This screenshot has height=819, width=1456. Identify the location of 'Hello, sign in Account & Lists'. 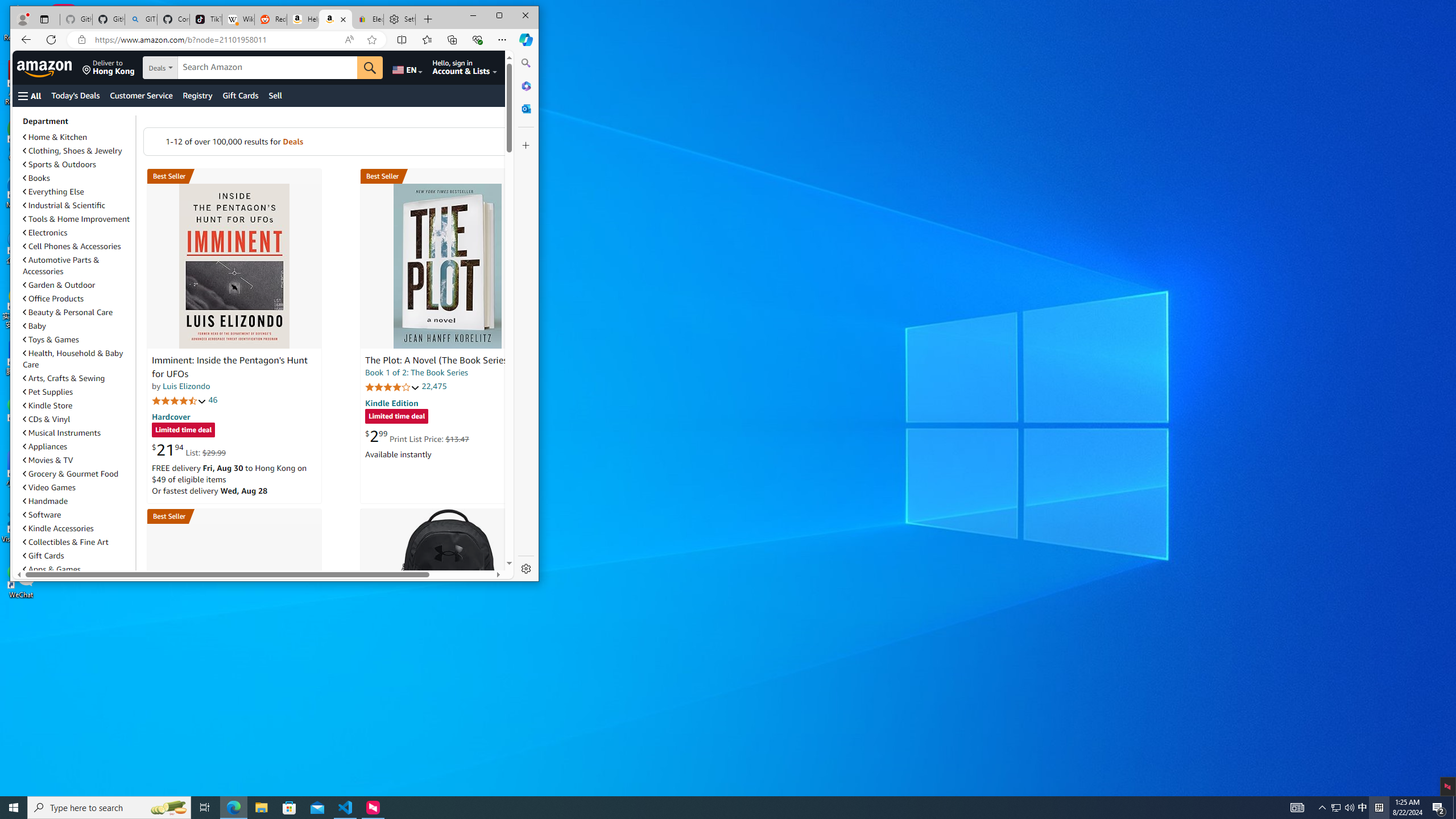
(464, 67).